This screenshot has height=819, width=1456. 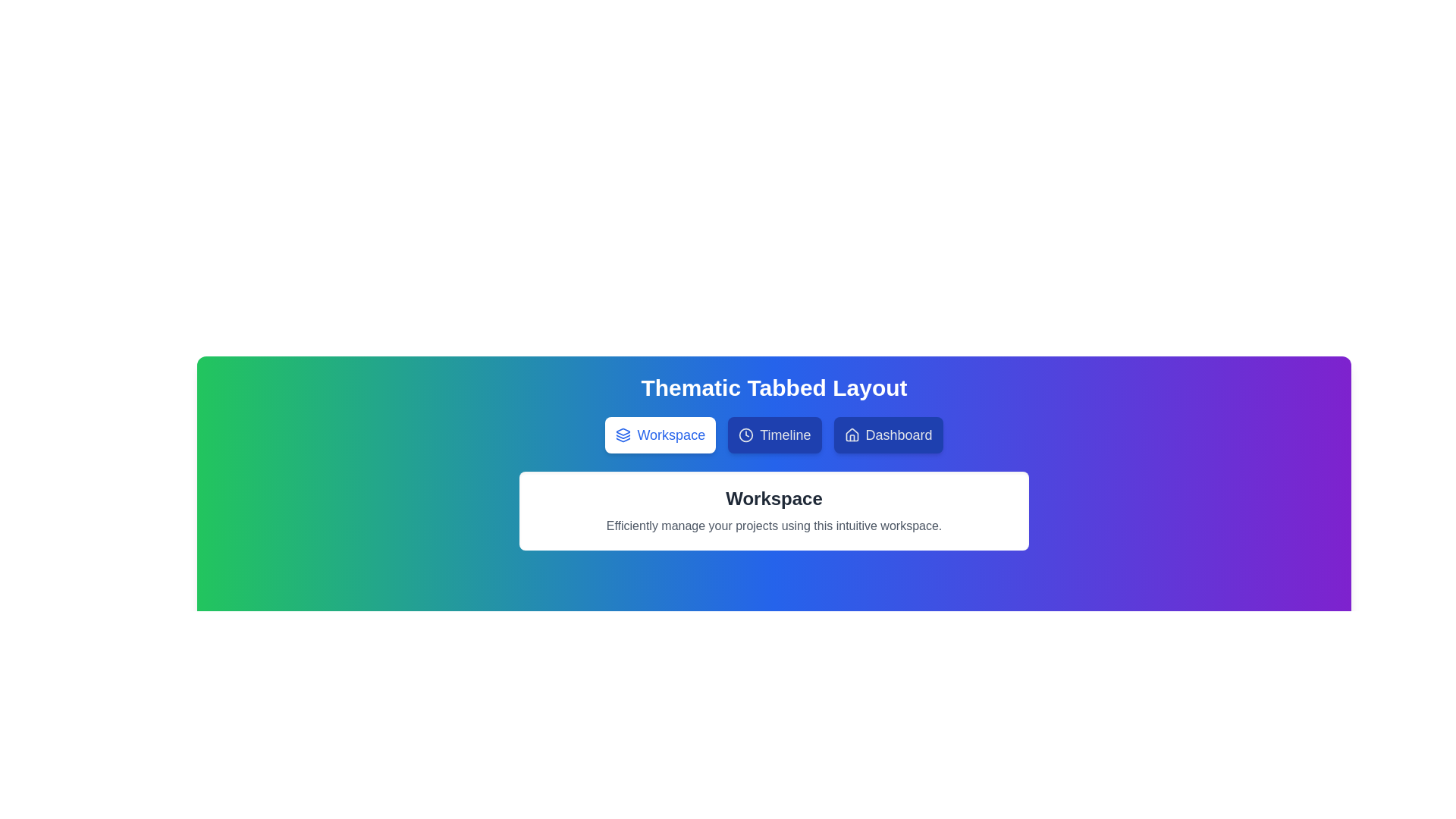 What do you see at coordinates (888, 435) in the screenshot?
I see `the 'Dashboard' button, which is a rectangular button with rounded corners and a dark blue background, featuring white text and a house icon, located in the Thematic Tabbed Layout` at bounding box center [888, 435].